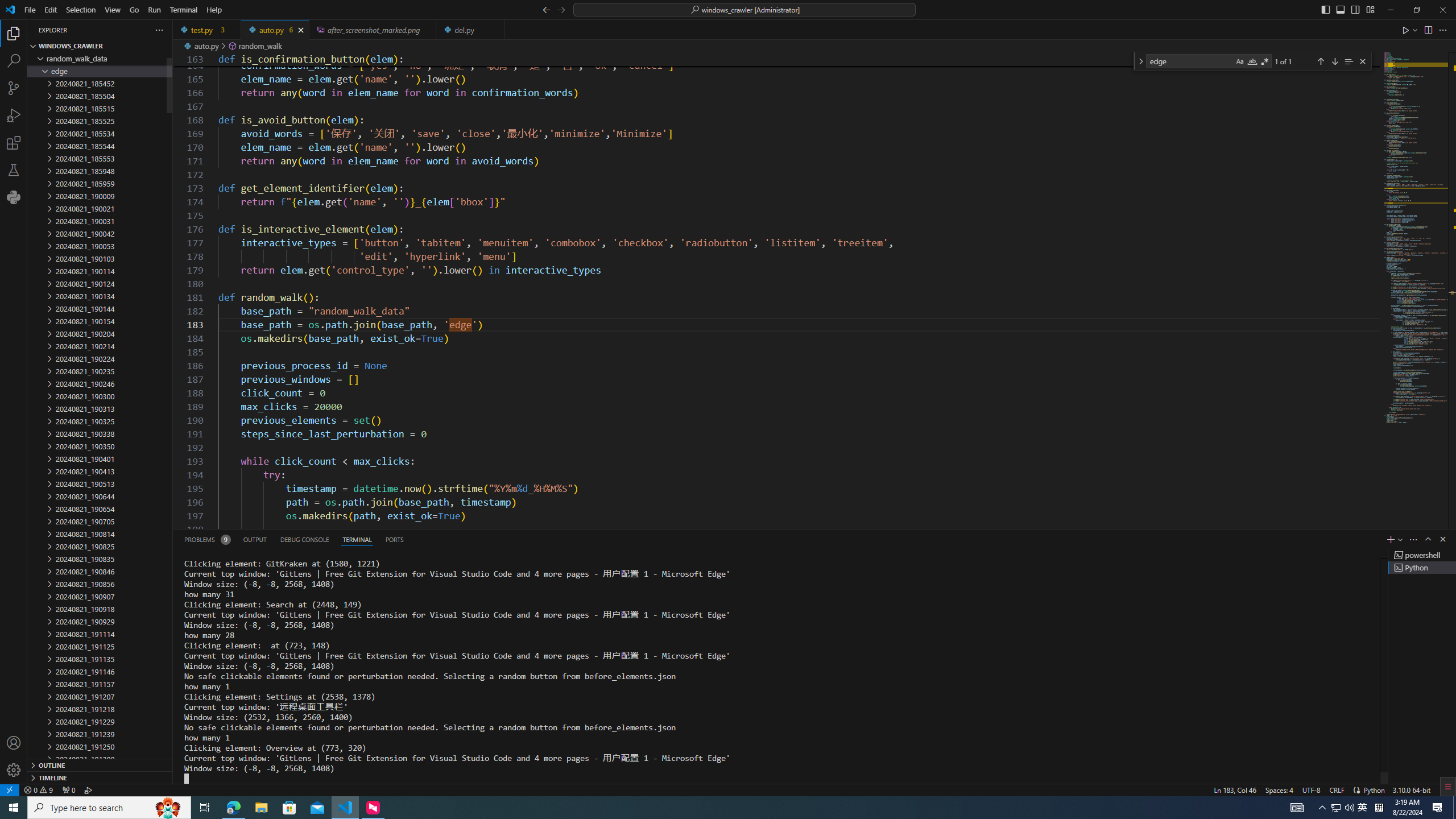 The width and height of the screenshot is (1456, 819). What do you see at coordinates (51, 9) in the screenshot?
I see `'Edit'` at bounding box center [51, 9].